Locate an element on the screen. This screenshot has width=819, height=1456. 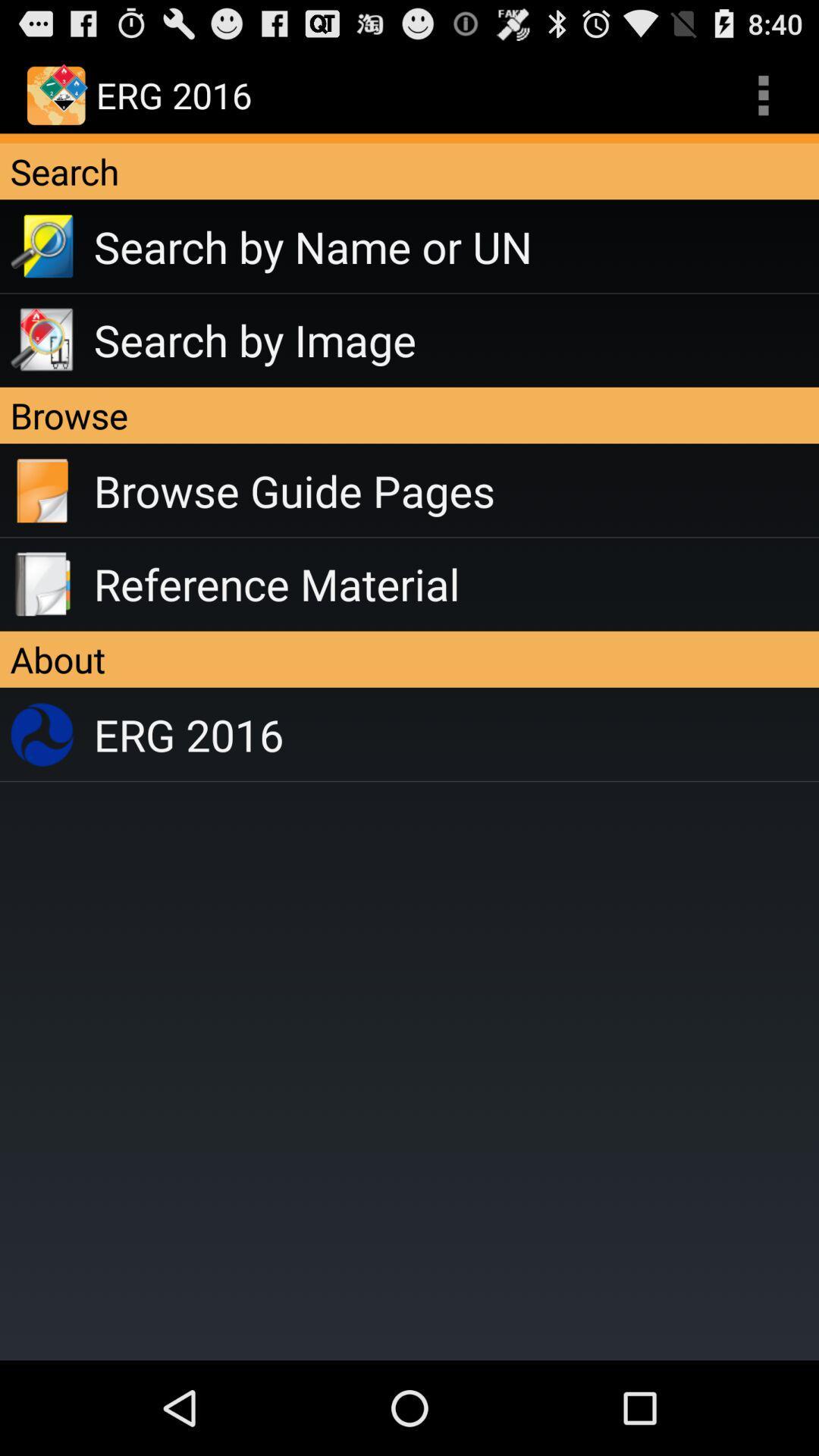
browse guide pages app is located at coordinates (455, 491).